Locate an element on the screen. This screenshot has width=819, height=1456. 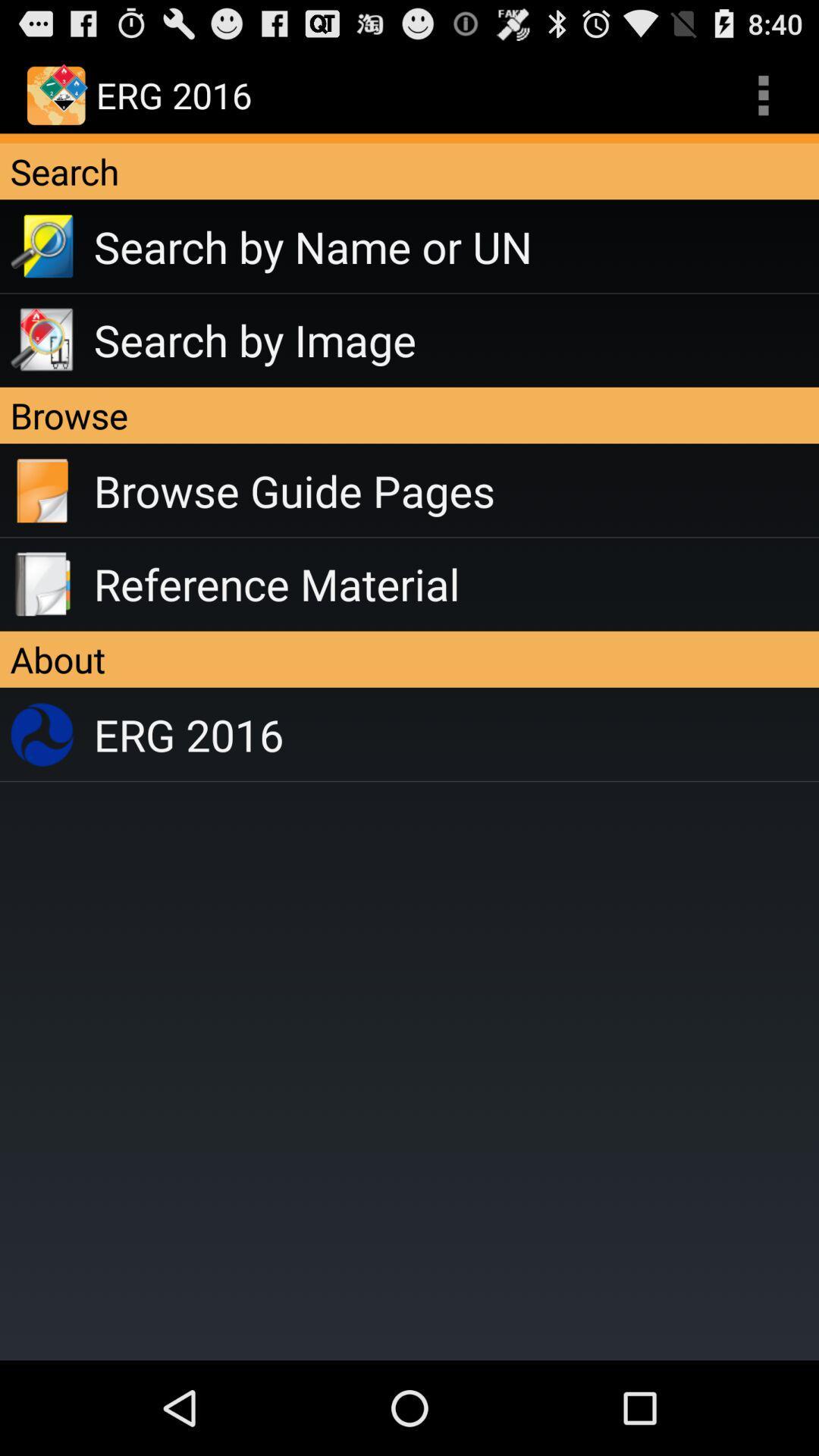
browse guide pages app is located at coordinates (455, 491).